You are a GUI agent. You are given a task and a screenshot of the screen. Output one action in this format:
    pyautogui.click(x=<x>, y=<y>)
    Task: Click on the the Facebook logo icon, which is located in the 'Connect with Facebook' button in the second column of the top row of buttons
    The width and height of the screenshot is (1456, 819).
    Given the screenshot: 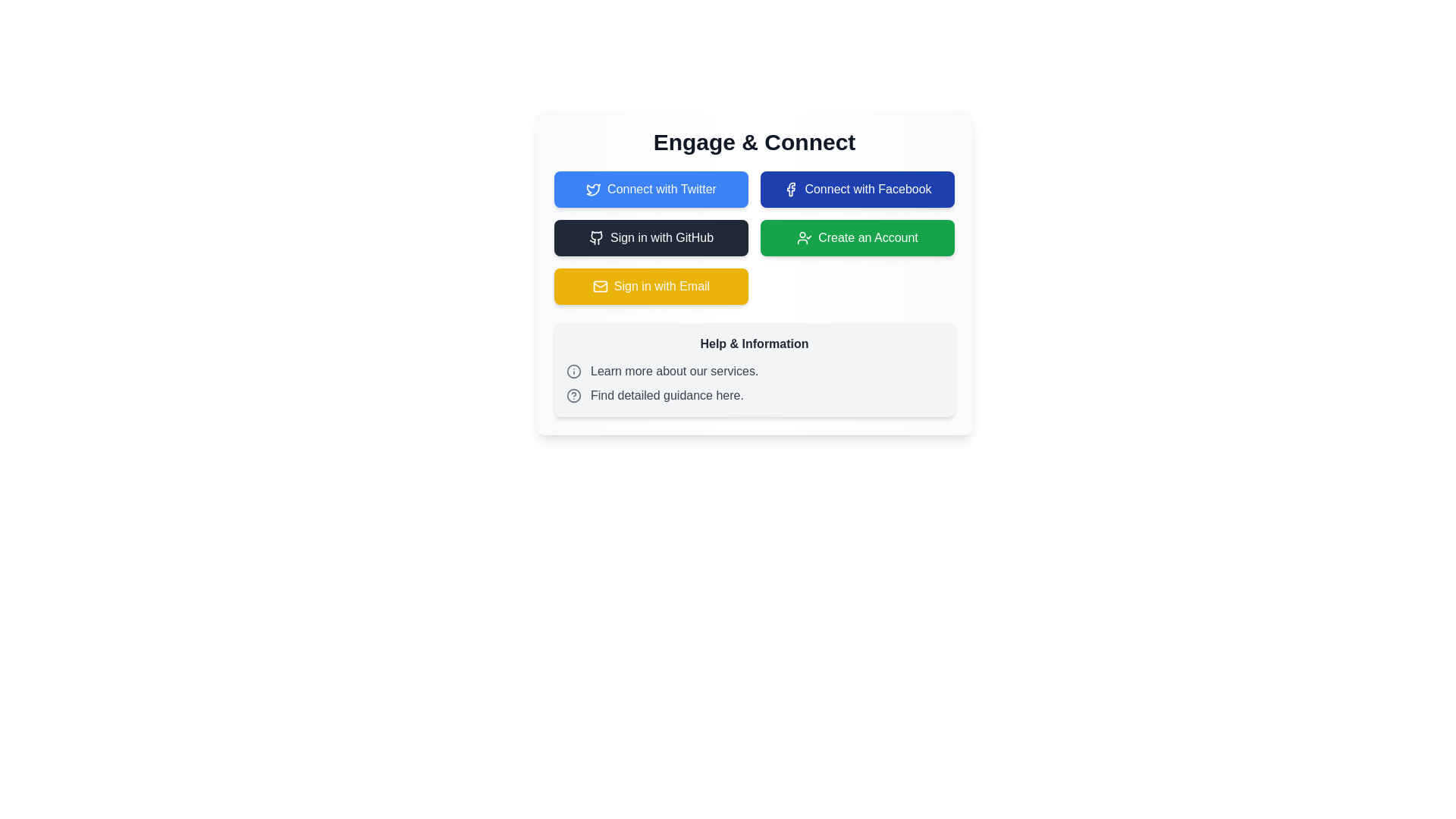 What is the action you would take?
    pyautogui.click(x=790, y=189)
    